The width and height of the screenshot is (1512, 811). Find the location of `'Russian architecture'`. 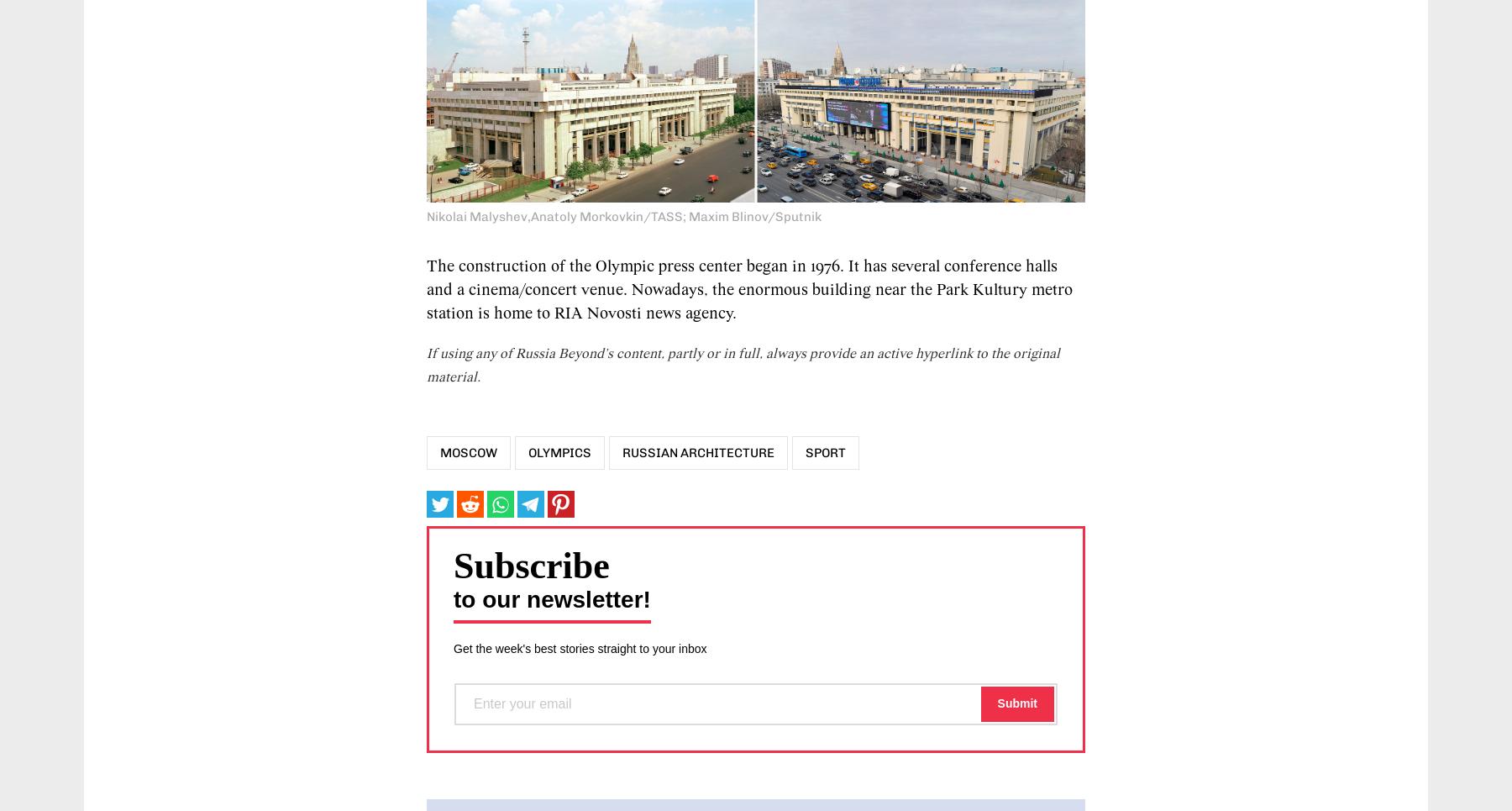

'Russian architecture' is located at coordinates (698, 450).